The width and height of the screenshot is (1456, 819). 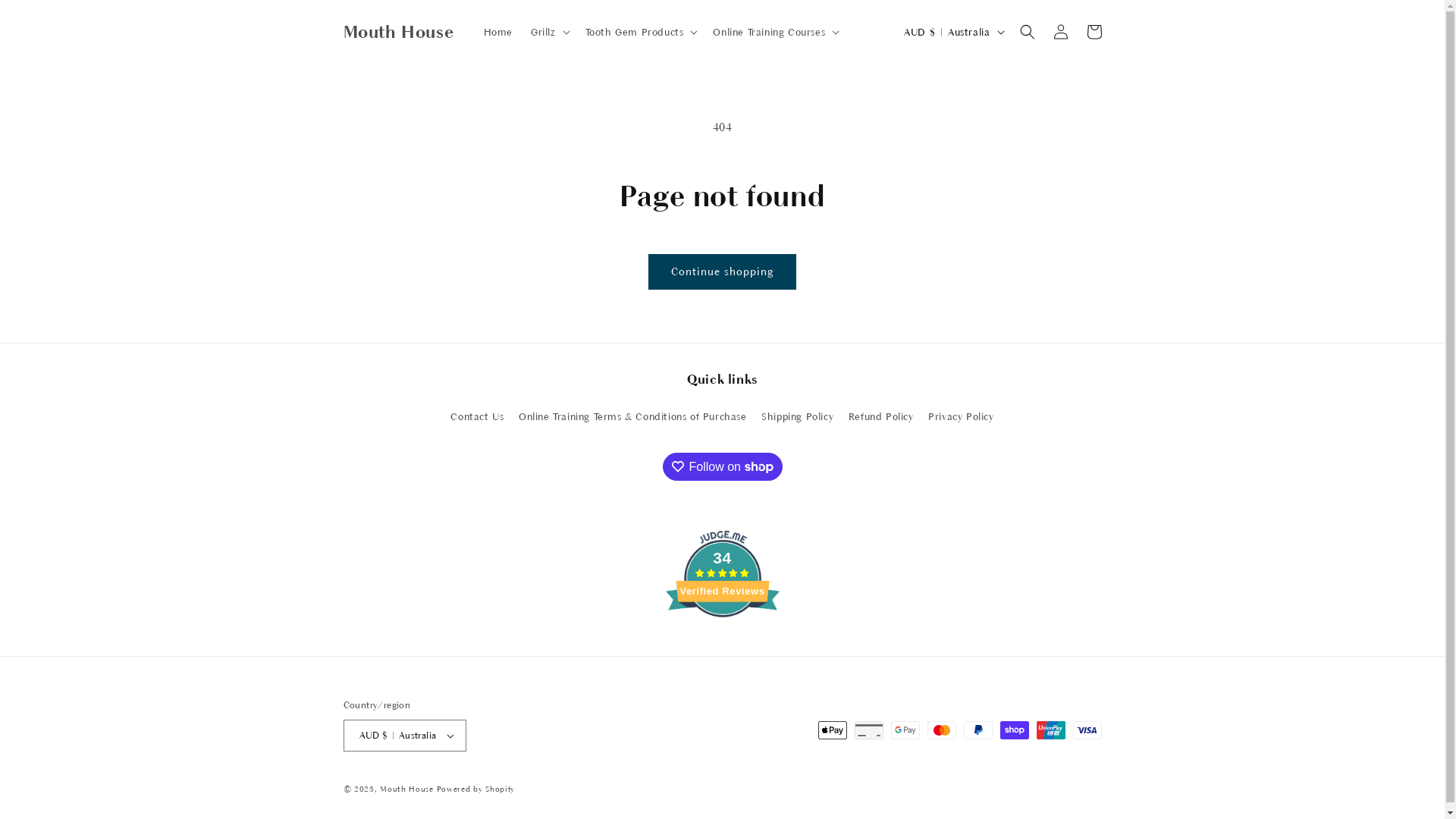 What do you see at coordinates (450, 418) in the screenshot?
I see `'Contact Us'` at bounding box center [450, 418].